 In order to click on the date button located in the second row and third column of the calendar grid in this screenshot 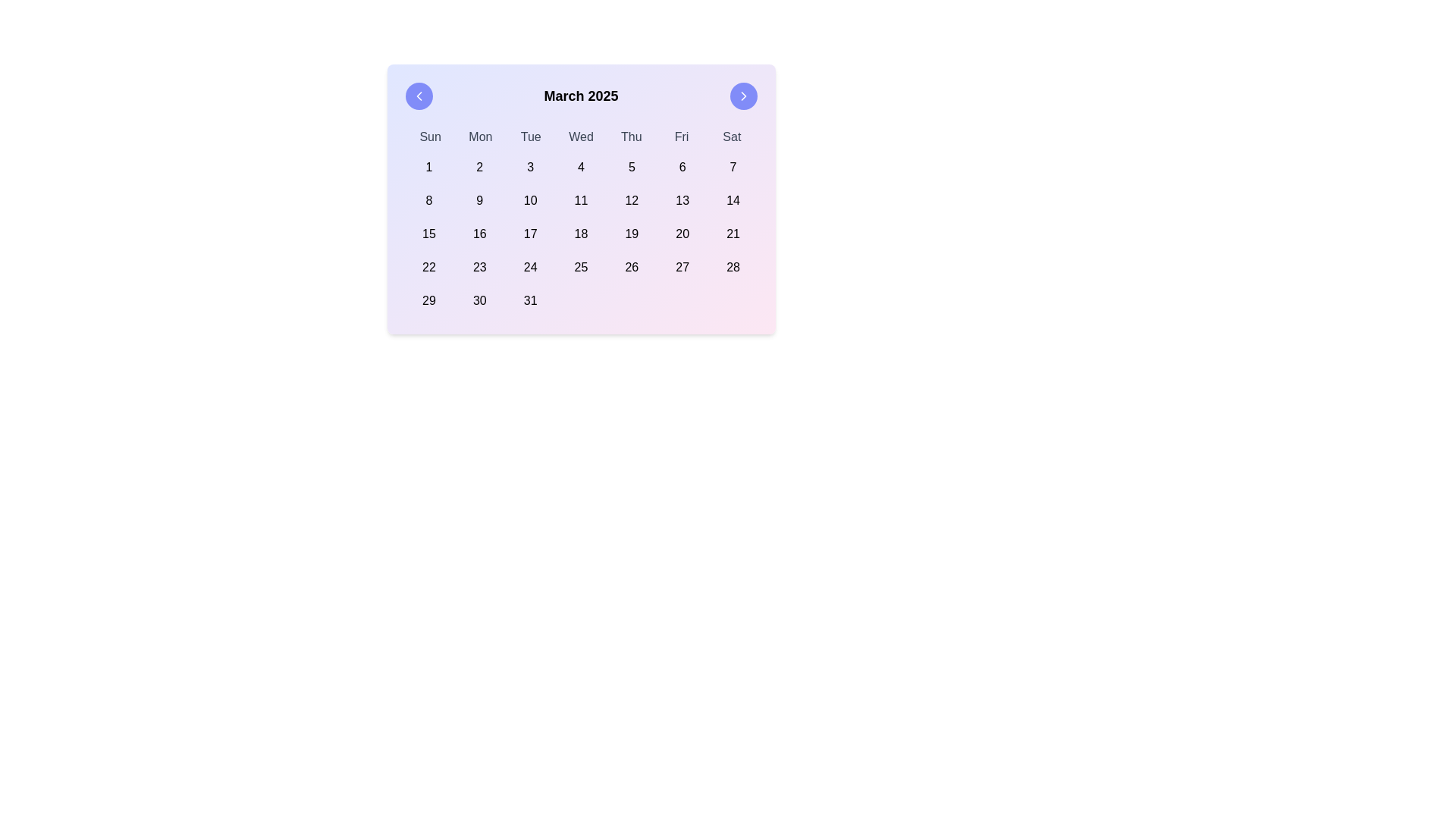, I will do `click(530, 200)`.